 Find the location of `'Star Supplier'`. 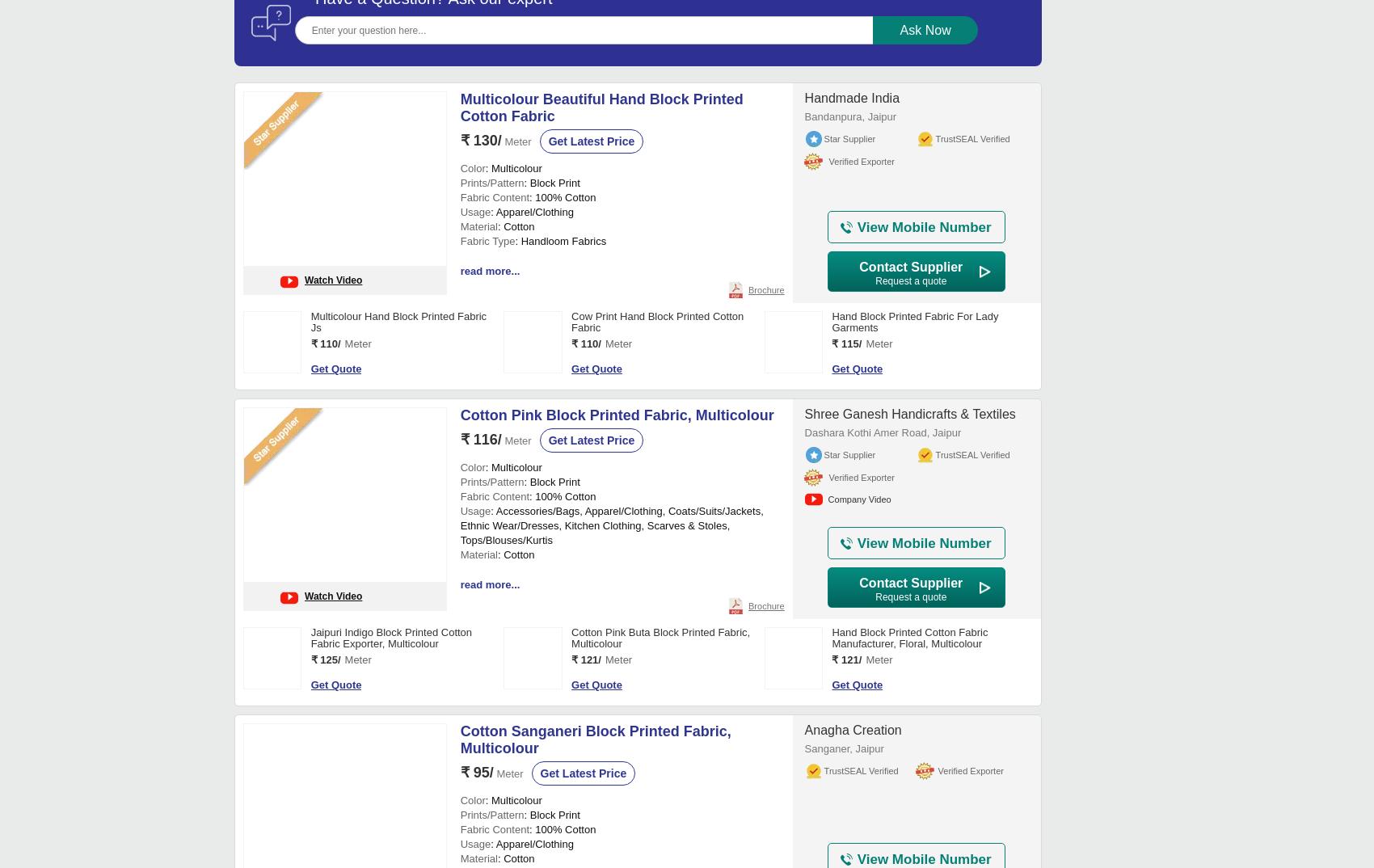

'Star Supplier' is located at coordinates (848, 633).